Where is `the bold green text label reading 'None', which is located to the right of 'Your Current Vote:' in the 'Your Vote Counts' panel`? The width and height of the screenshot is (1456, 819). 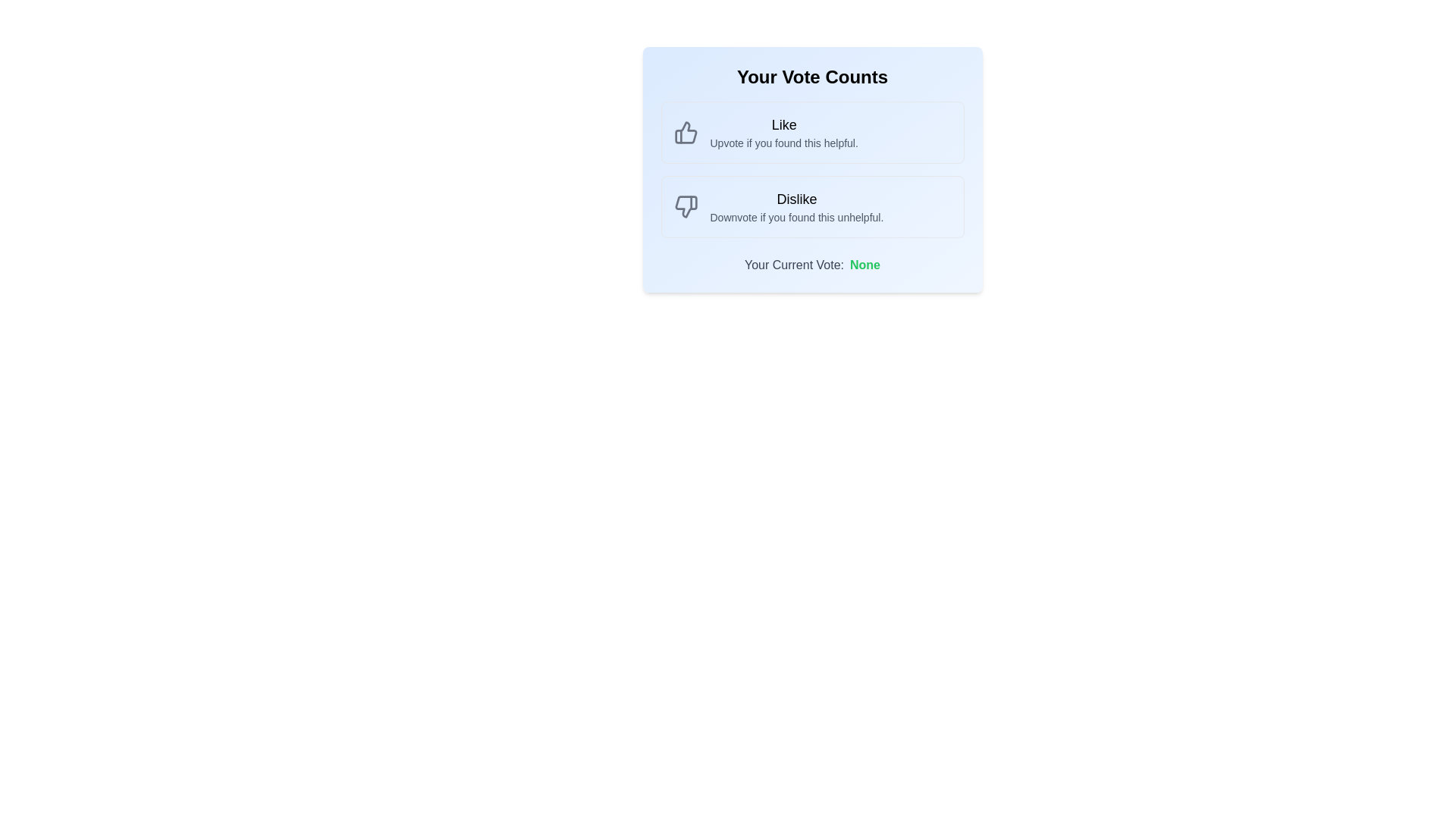 the bold green text label reading 'None', which is located to the right of 'Your Current Vote:' in the 'Your Vote Counts' panel is located at coordinates (865, 264).